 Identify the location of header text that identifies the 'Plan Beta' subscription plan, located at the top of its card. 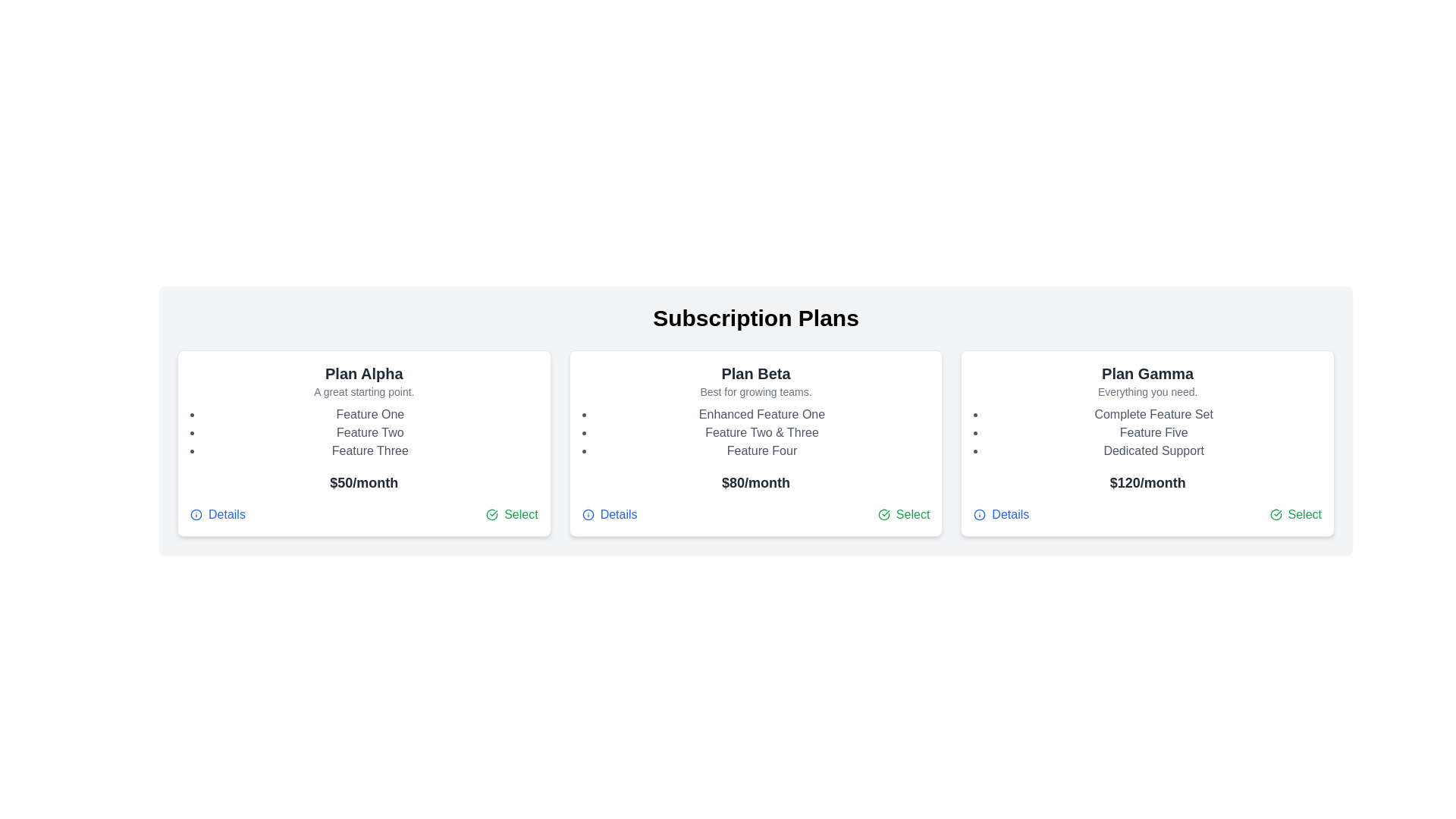
(756, 374).